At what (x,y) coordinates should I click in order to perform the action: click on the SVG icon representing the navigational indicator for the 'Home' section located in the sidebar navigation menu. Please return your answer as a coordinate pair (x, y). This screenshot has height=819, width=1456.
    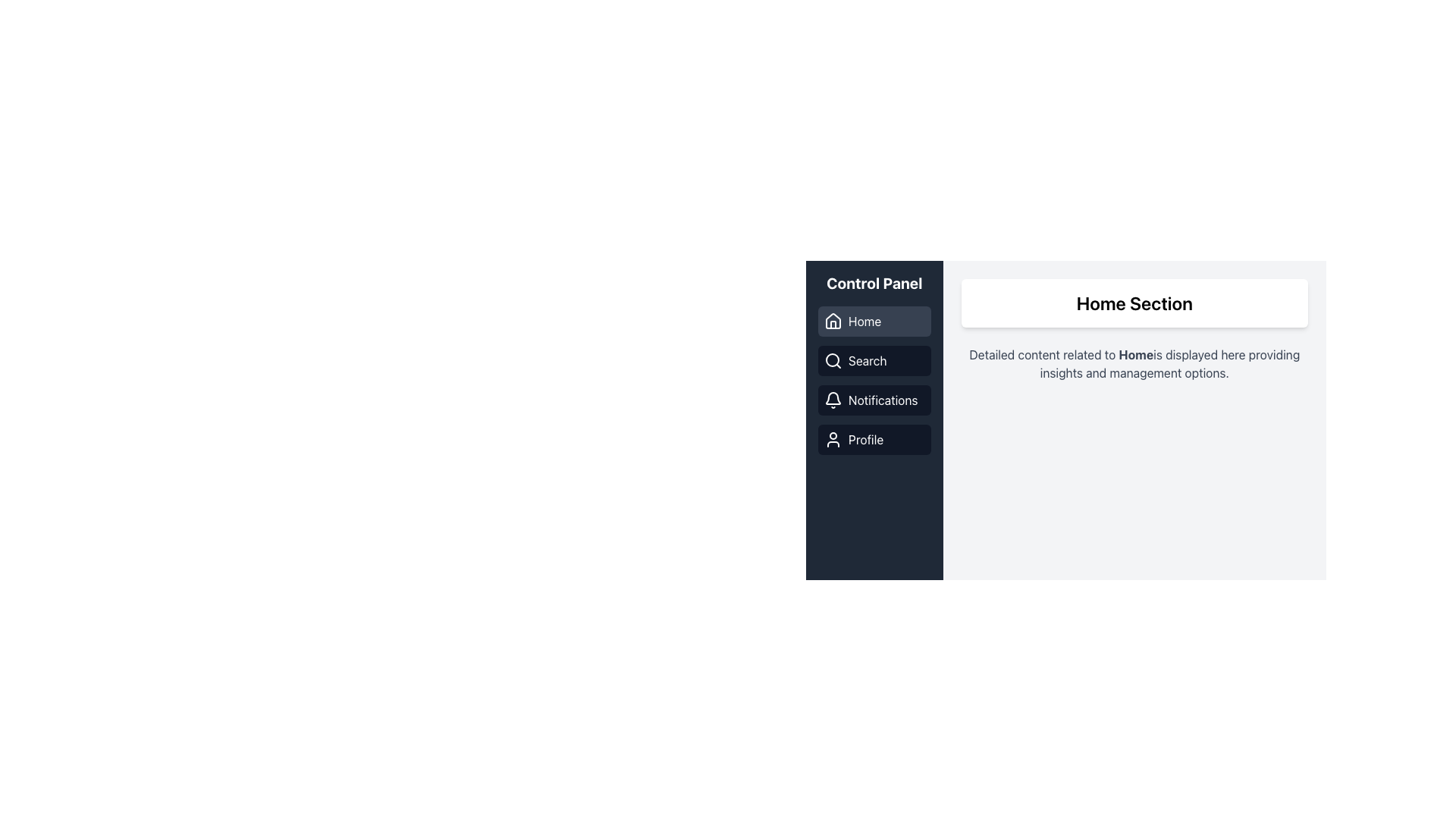
    Looking at the image, I should click on (833, 321).